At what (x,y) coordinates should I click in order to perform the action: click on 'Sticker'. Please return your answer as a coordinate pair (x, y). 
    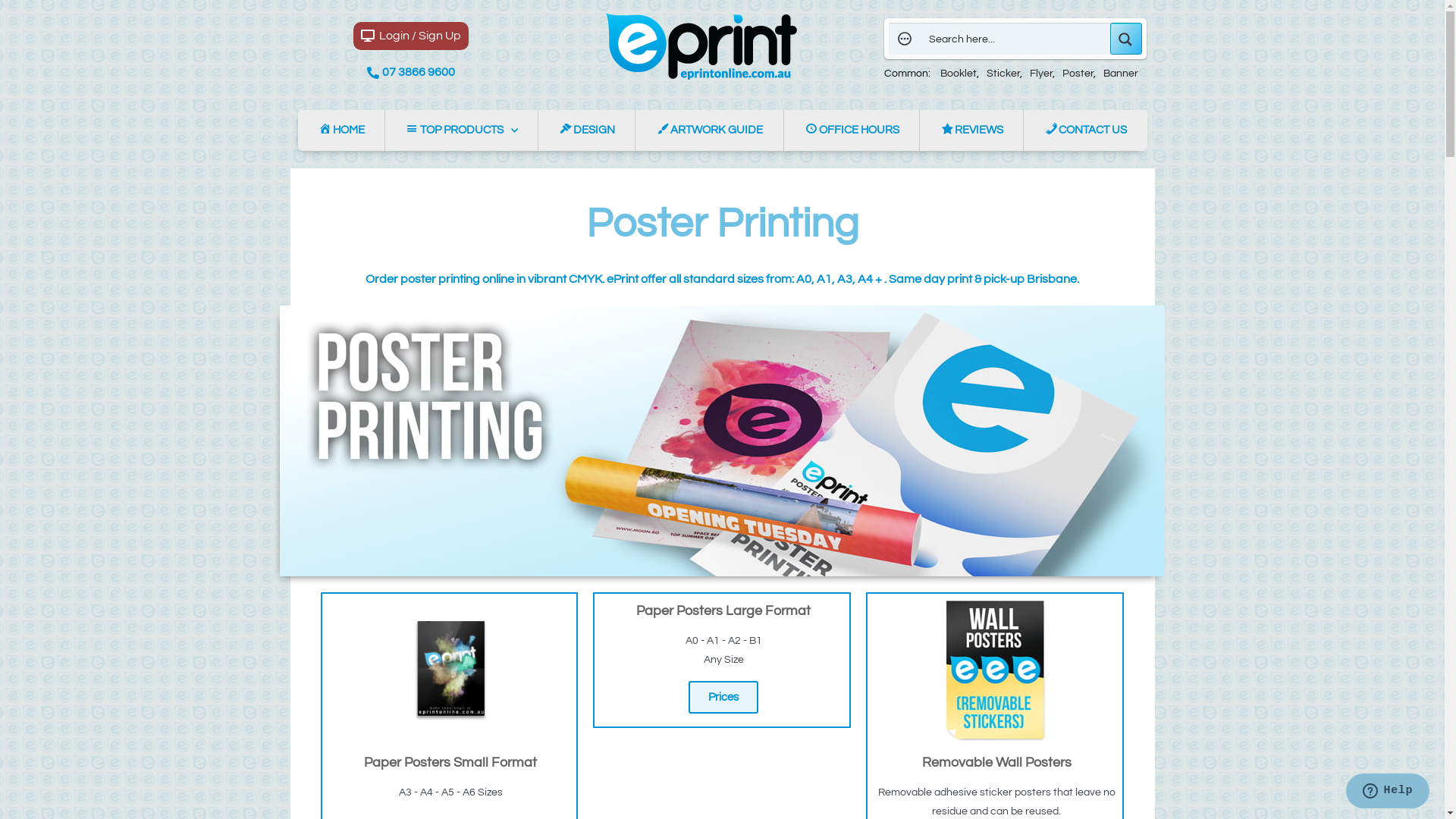
    Looking at the image, I should click on (1004, 73).